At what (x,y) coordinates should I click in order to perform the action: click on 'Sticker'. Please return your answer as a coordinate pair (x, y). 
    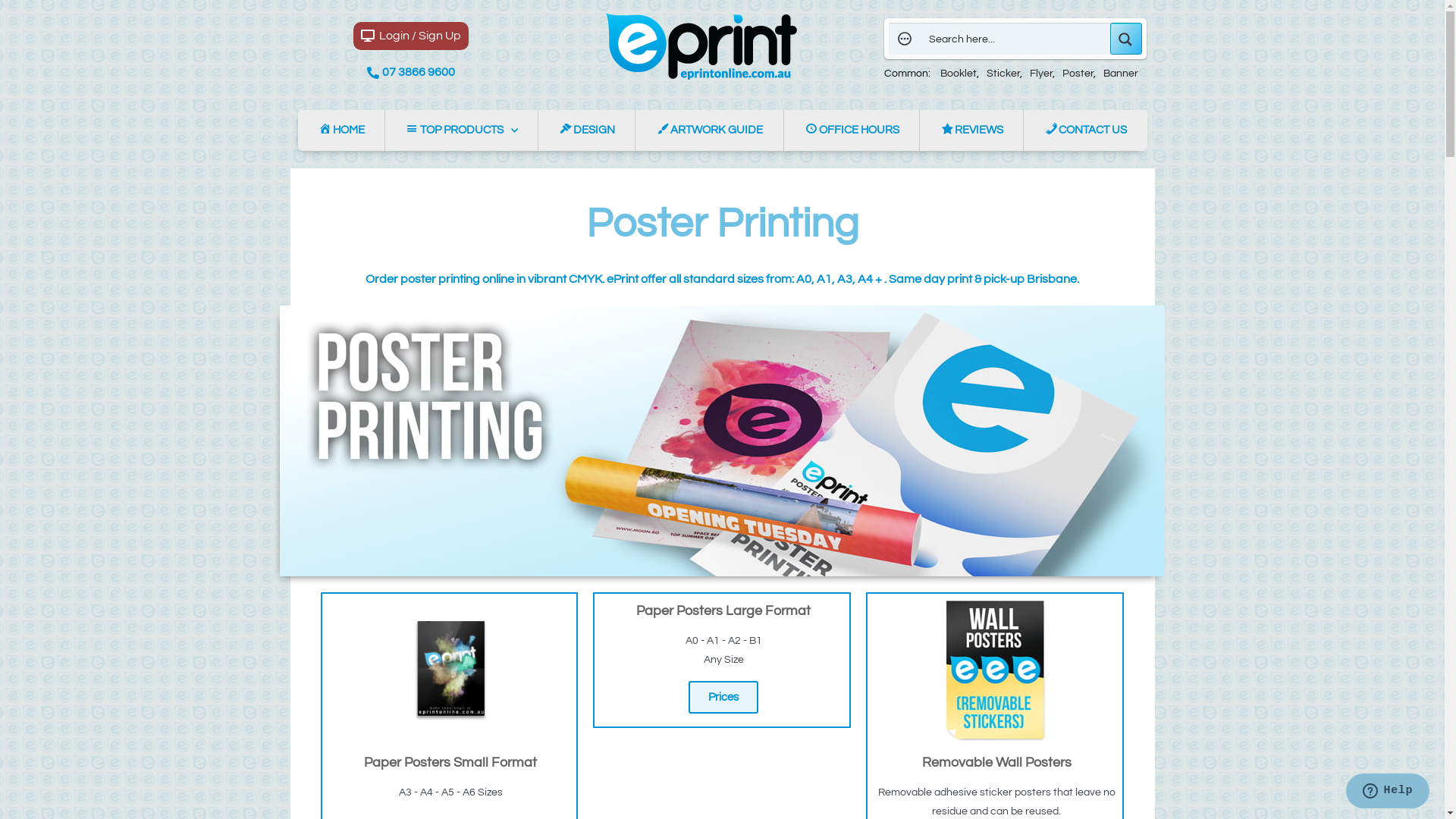
    Looking at the image, I should click on (1004, 73).